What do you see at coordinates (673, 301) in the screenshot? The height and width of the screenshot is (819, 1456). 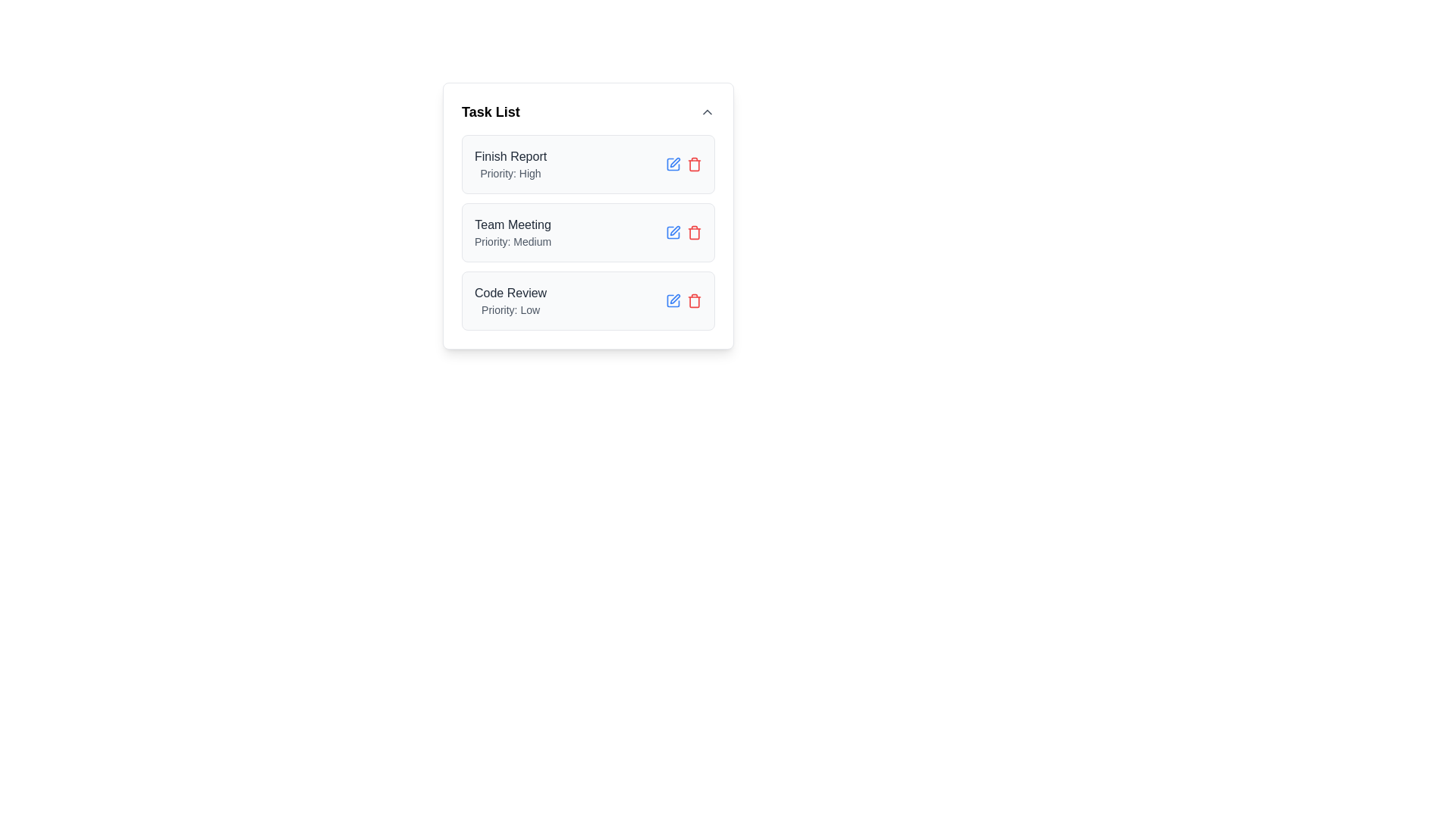 I see `the graphical component representing the outline of the pencil-and-frame icon located near the right side of the 'Code Review' task entry in the task list` at bounding box center [673, 301].